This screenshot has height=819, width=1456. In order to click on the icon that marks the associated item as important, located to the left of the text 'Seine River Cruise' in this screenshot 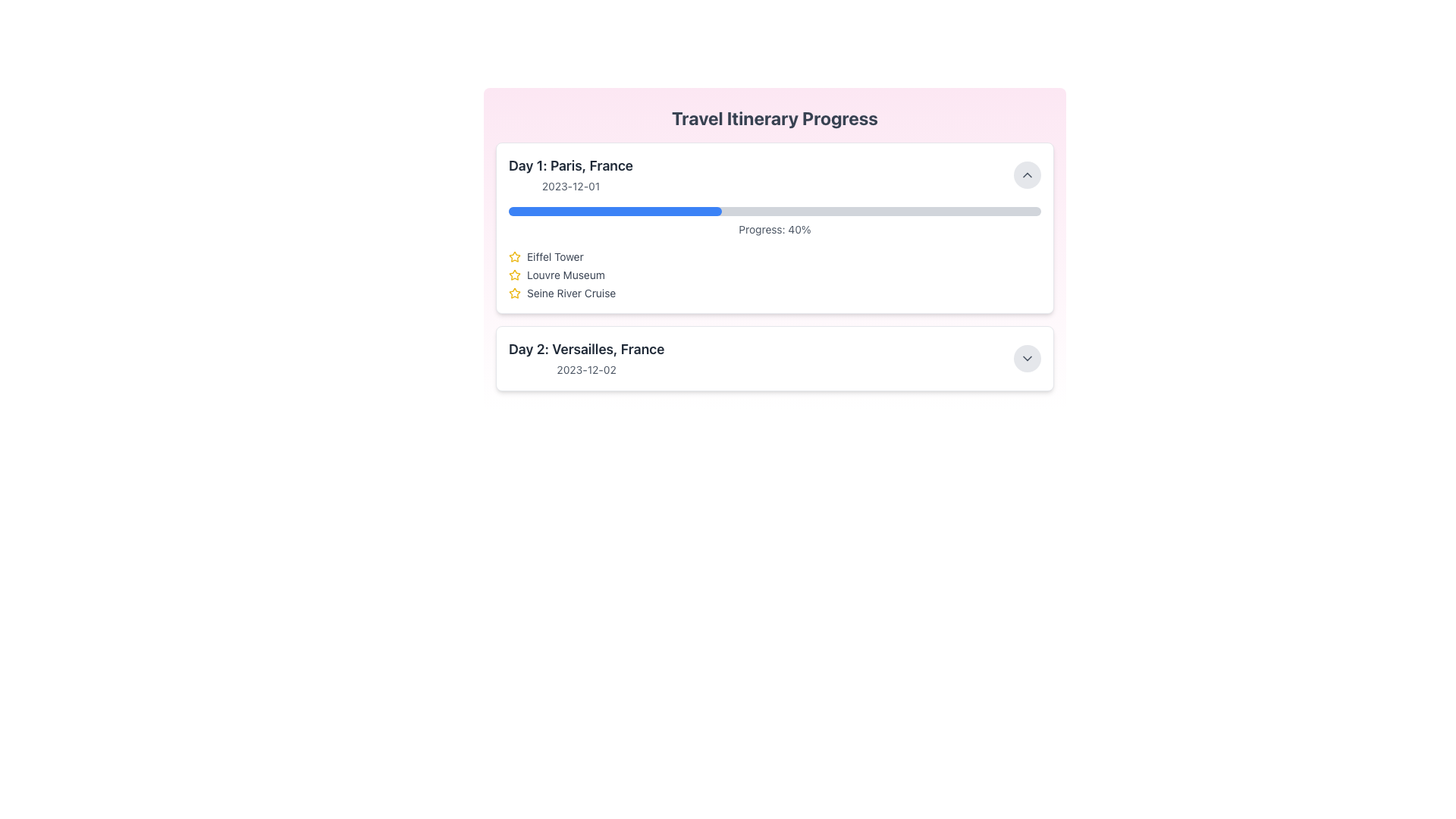, I will do `click(514, 293)`.